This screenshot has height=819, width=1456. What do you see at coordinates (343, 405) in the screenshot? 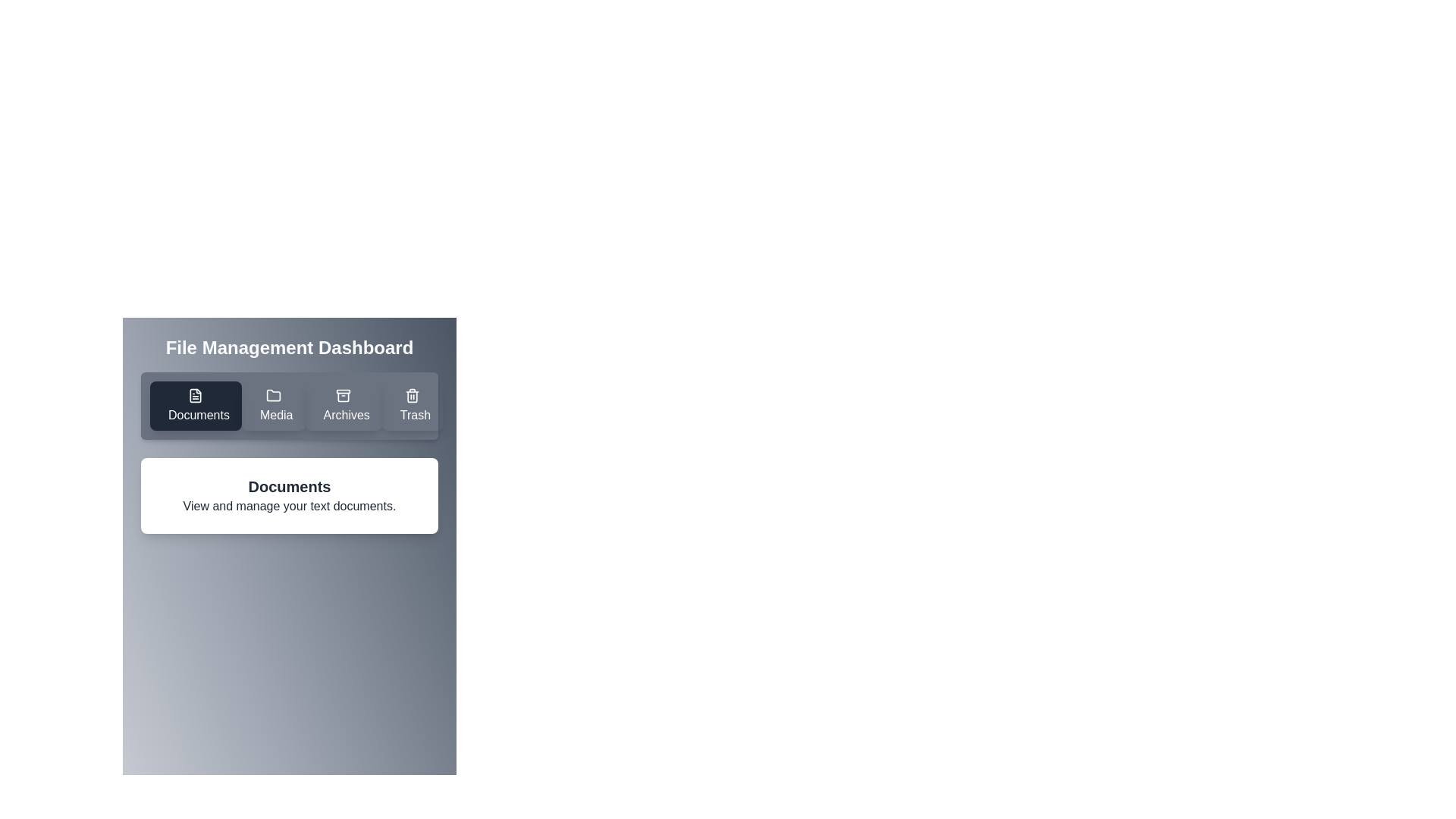
I see `the tab button corresponding to Archives` at bounding box center [343, 405].